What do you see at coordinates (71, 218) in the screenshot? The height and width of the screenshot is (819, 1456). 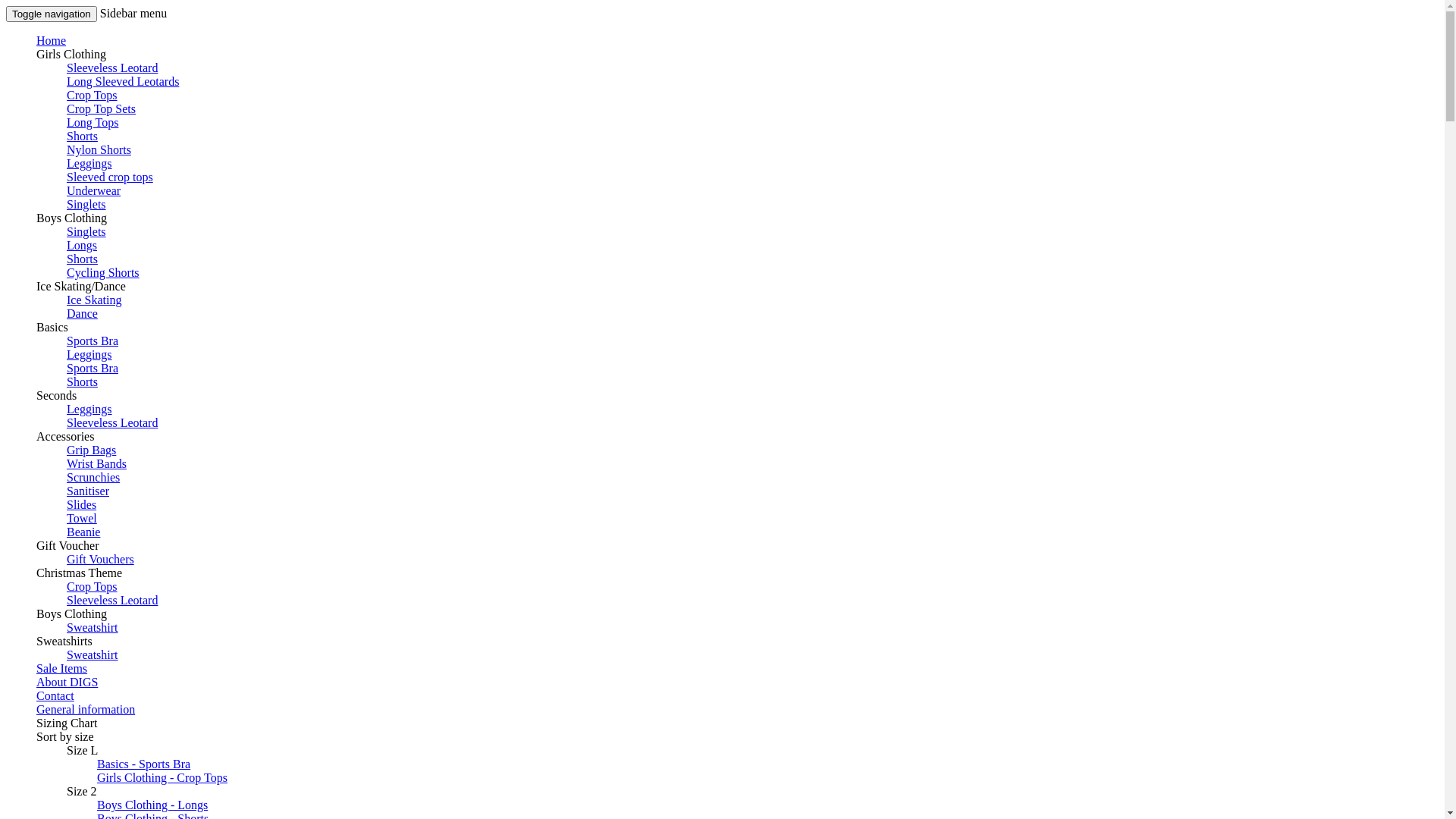 I see `'Boys Clothing'` at bounding box center [71, 218].